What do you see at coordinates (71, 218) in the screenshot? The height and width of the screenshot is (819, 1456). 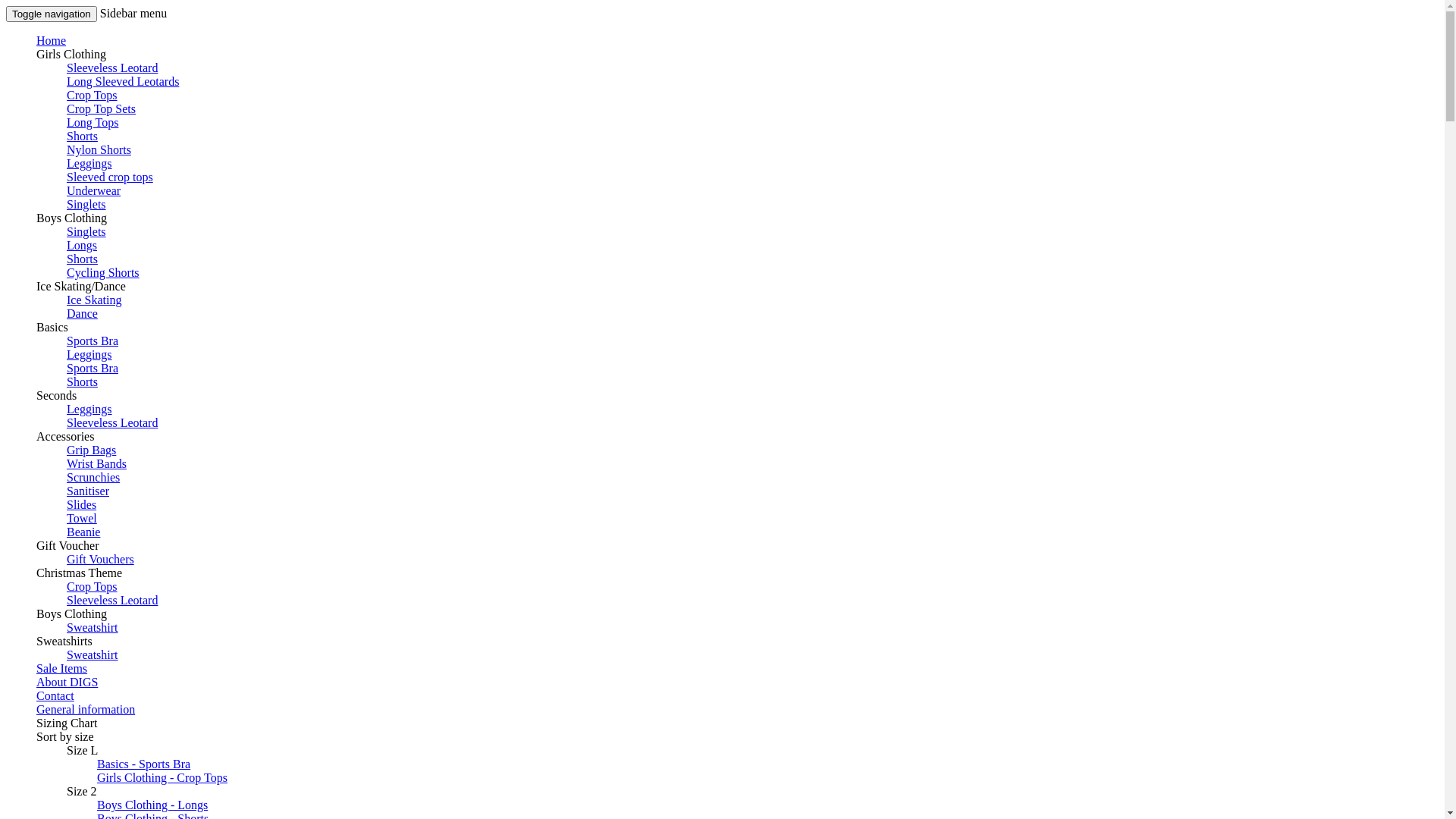 I see `'Boys Clothing'` at bounding box center [71, 218].